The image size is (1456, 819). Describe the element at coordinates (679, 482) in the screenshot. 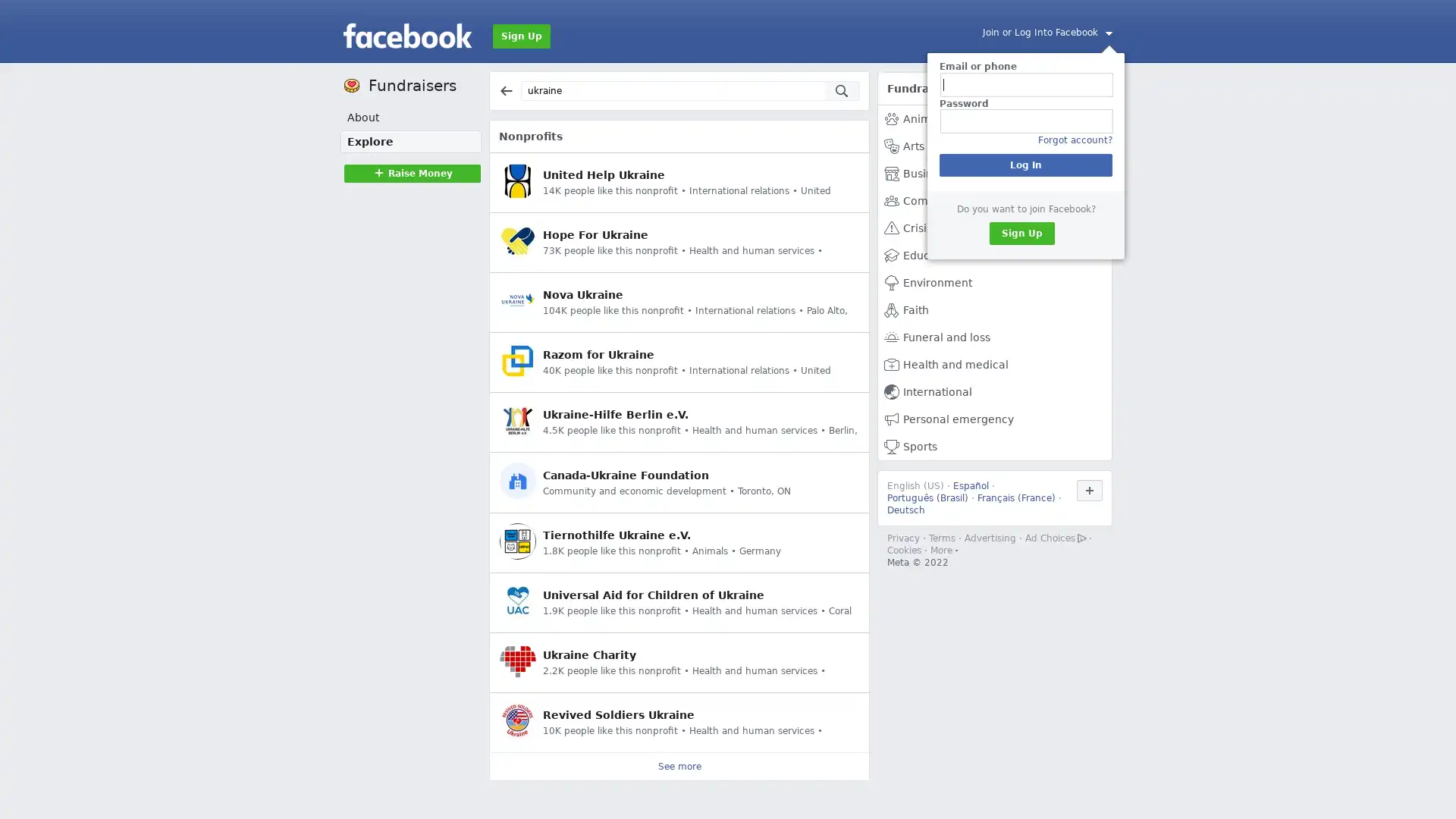

I see `Canada-Ukraine Foundation Community and economic development  Toronto, ON` at that location.